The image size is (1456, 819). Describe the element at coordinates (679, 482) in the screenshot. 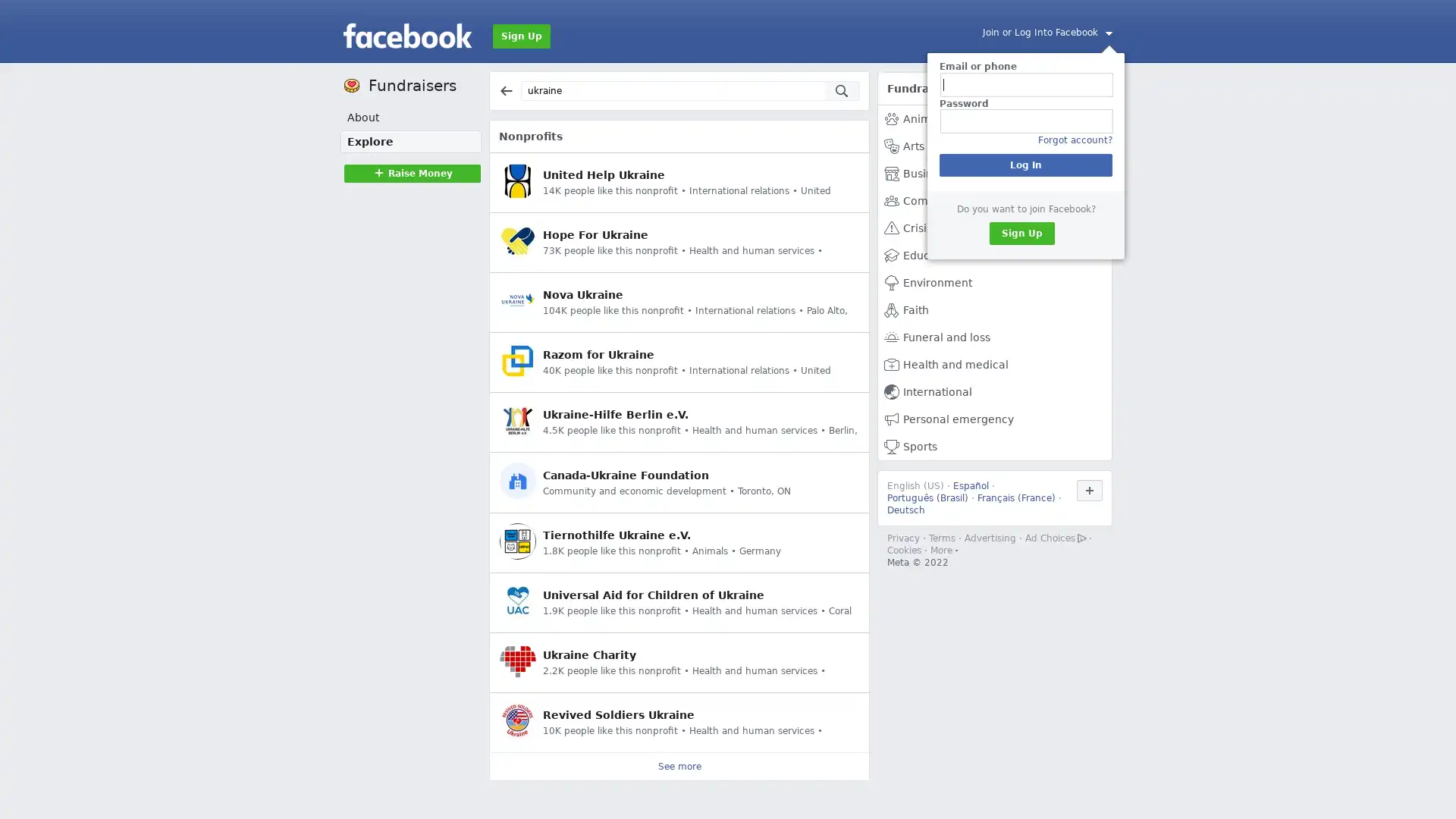

I see `Canada-Ukraine Foundation Community and economic development  Toronto, ON` at that location.